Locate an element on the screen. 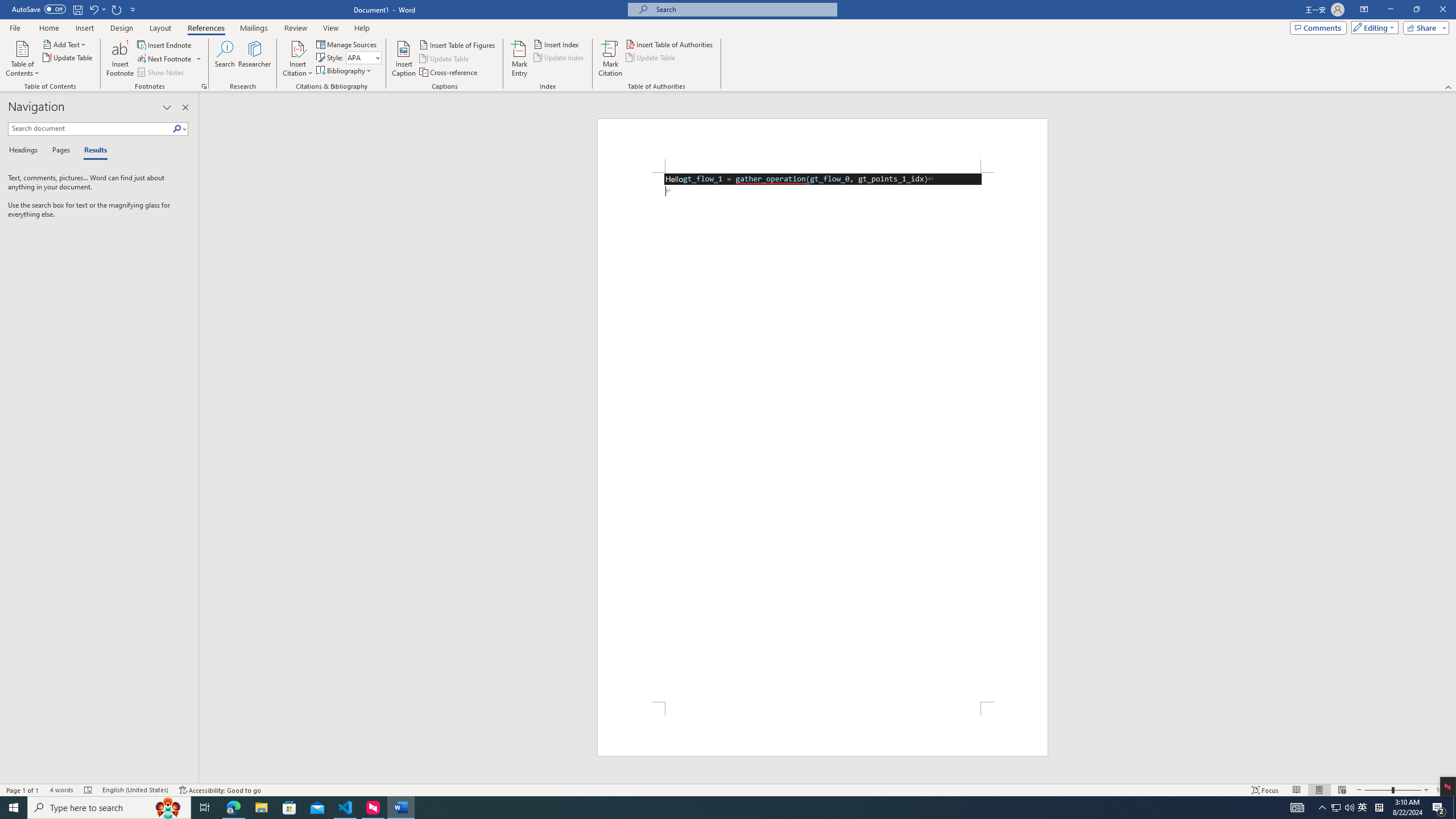 The height and width of the screenshot is (819, 1456). 'Insert Table of Authorities...' is located at coordinates (670, 44).